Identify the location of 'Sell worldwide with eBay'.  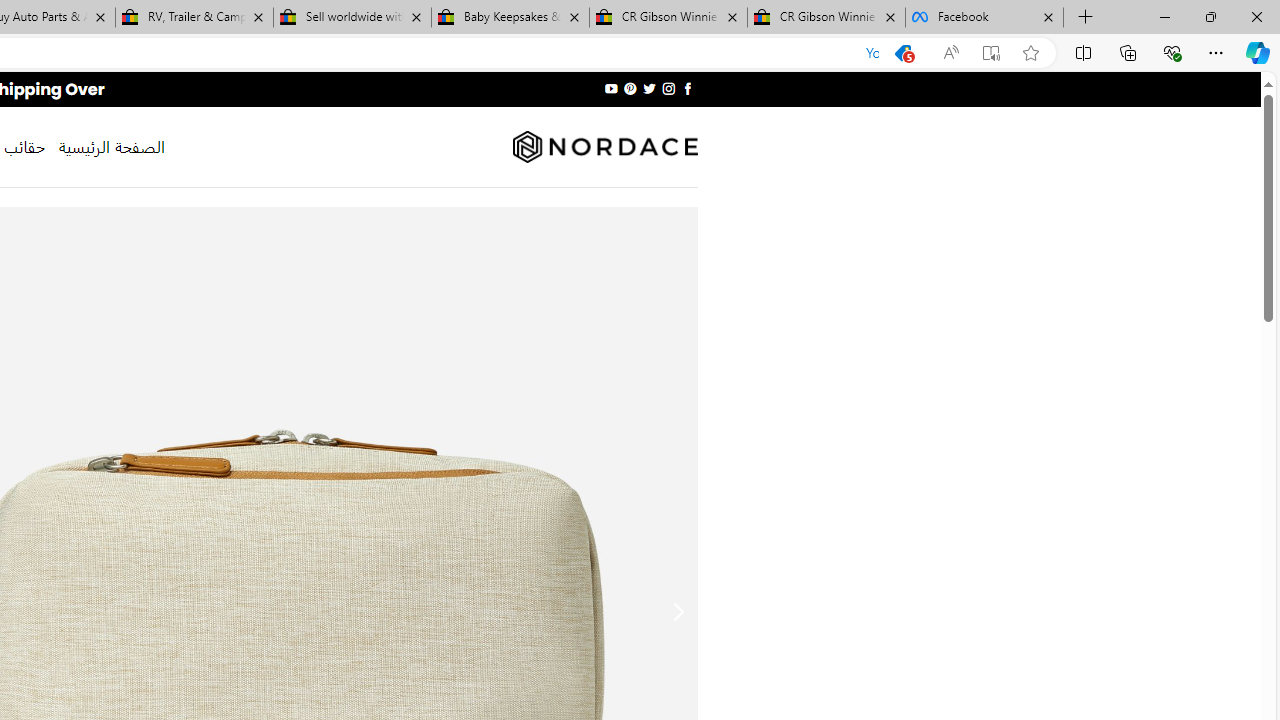
(352, 17).